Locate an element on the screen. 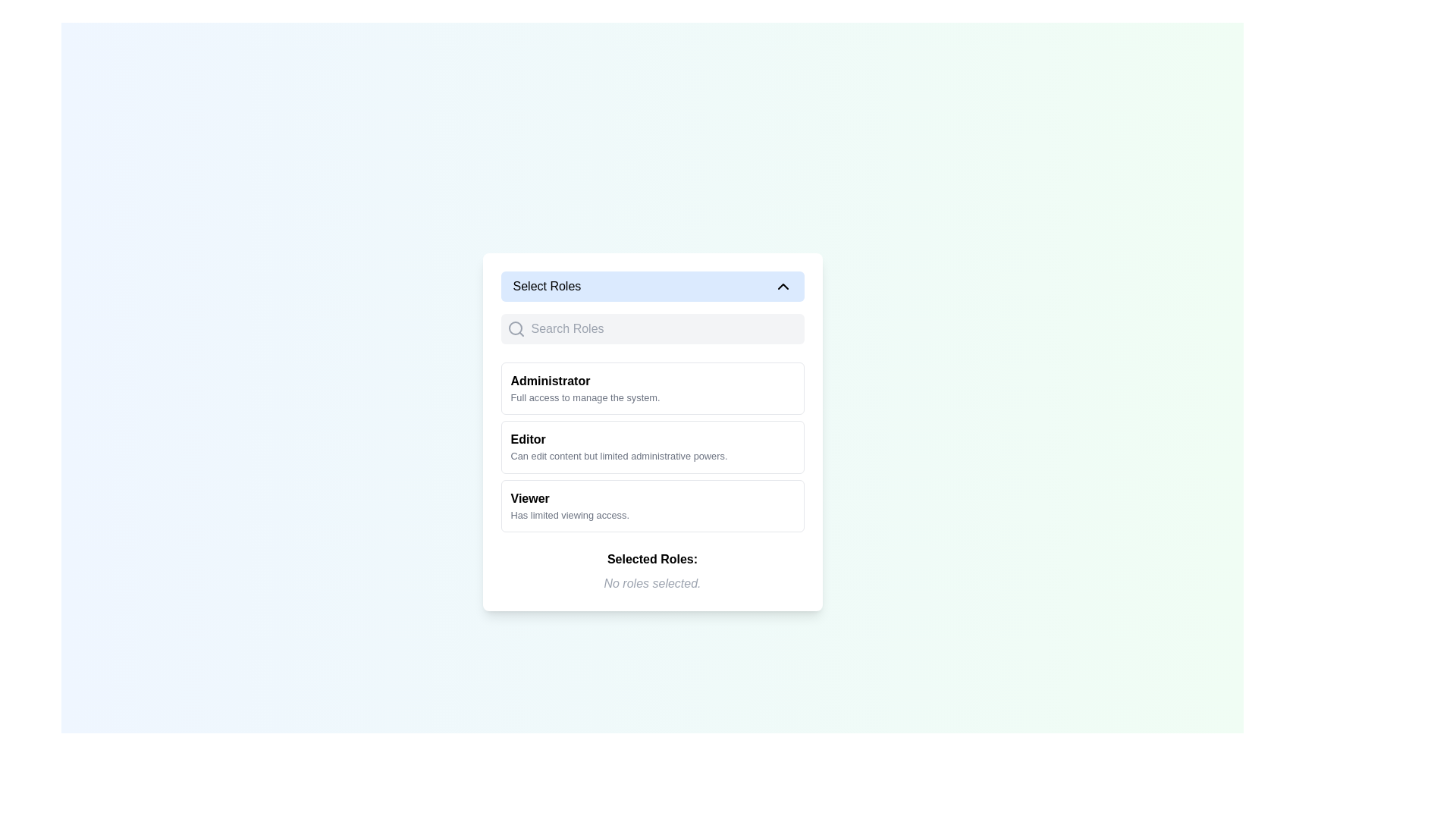  the static label text reading 'Has limited viewing access.' which is styled in light gray and positioned below the title 'Viewer' in the card layout is located at coordinates (569, 514).